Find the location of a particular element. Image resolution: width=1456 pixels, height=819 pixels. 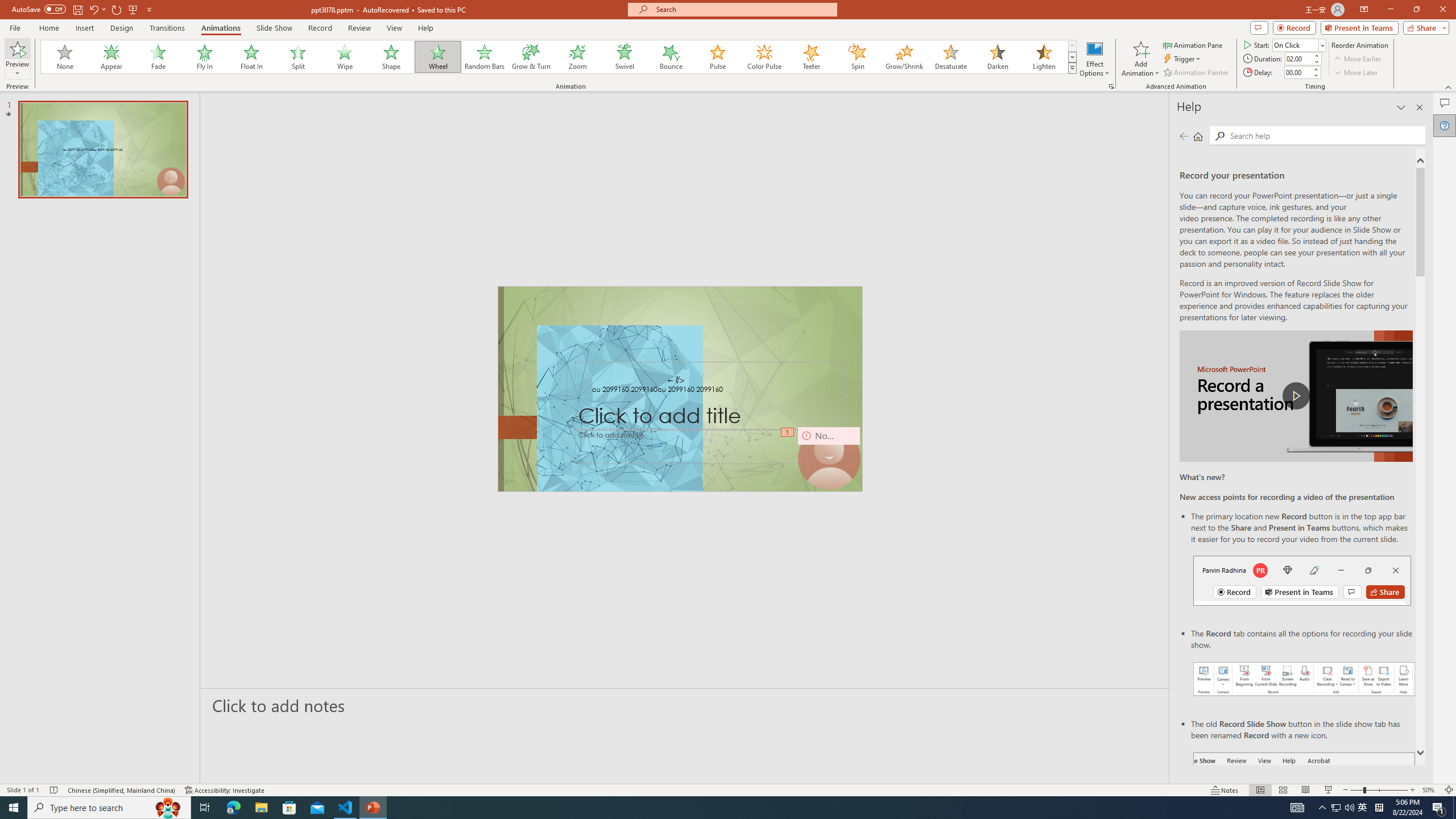

'Split' is located at coordinates (297, 56).